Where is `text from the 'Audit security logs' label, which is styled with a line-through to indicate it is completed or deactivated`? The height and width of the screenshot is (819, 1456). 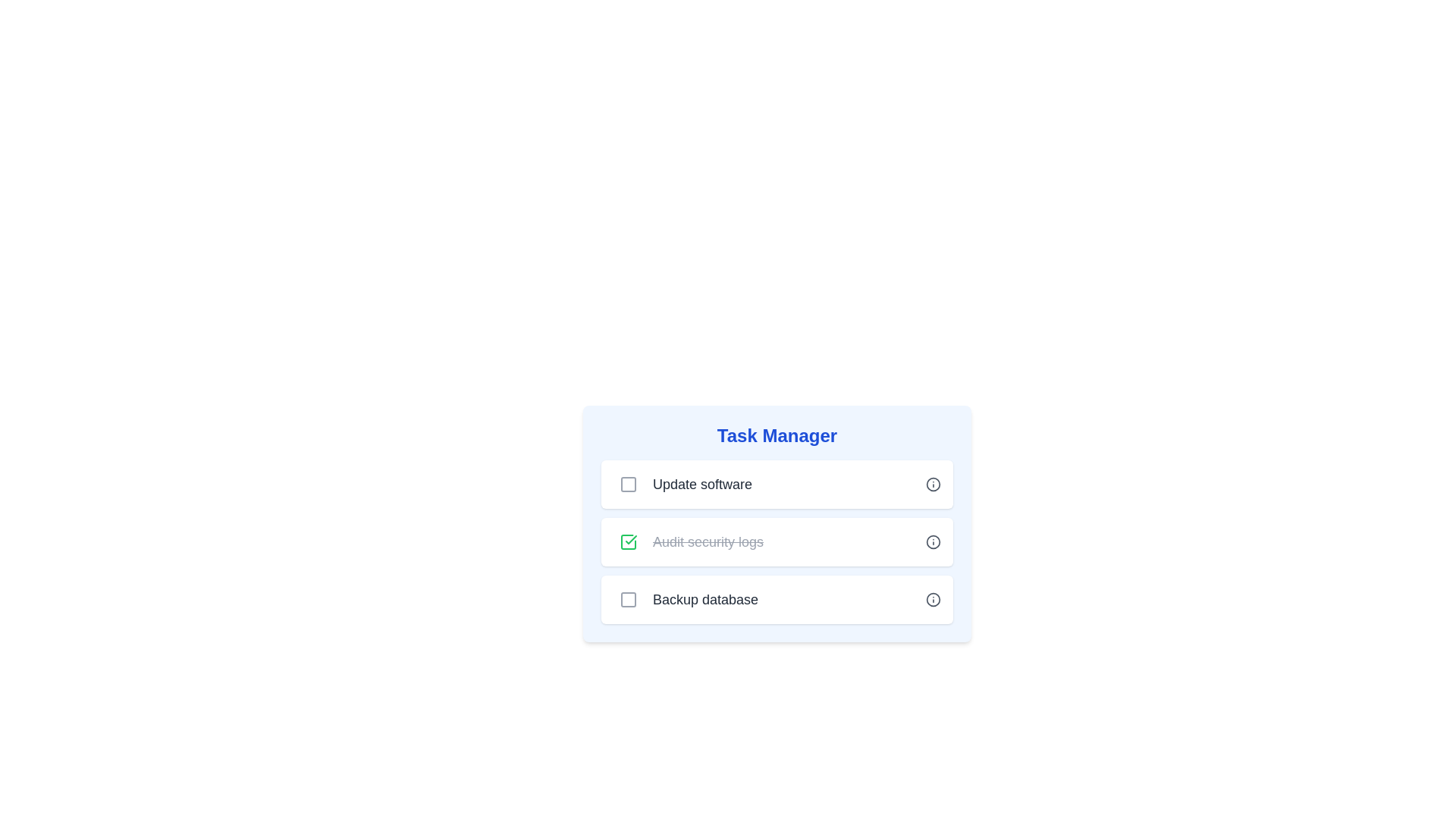
text from the 'Audit security logs' label, which is styled with a line-through to indicate it is completed or deactivated is located at coordinates (708, 541).